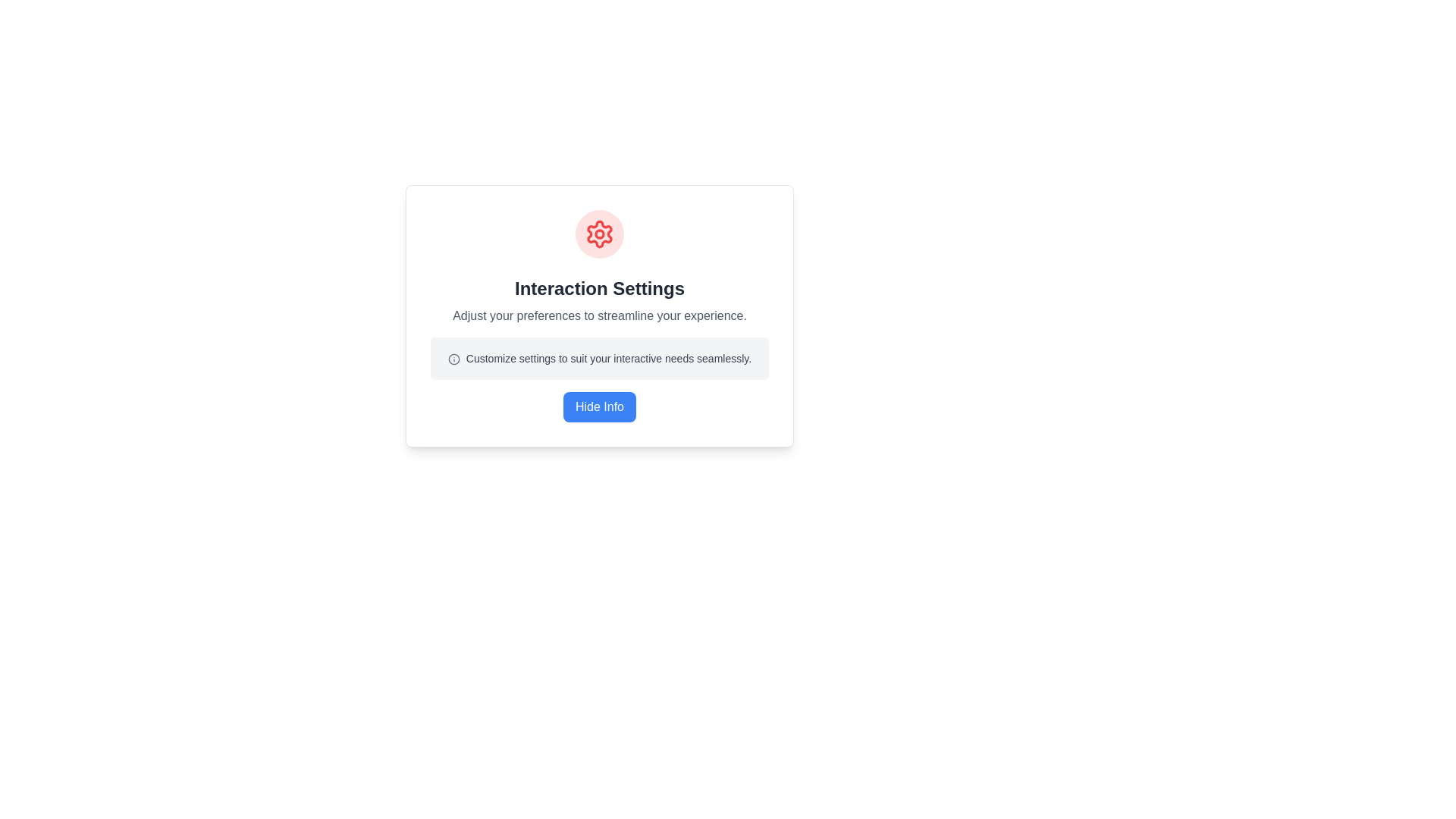 The image size is (1456, 819). I want to click on the settings icon, which is centrally positioned within a red circular area above the 'Interaction Settings' section's heading in the content modal, so click(599, 234).